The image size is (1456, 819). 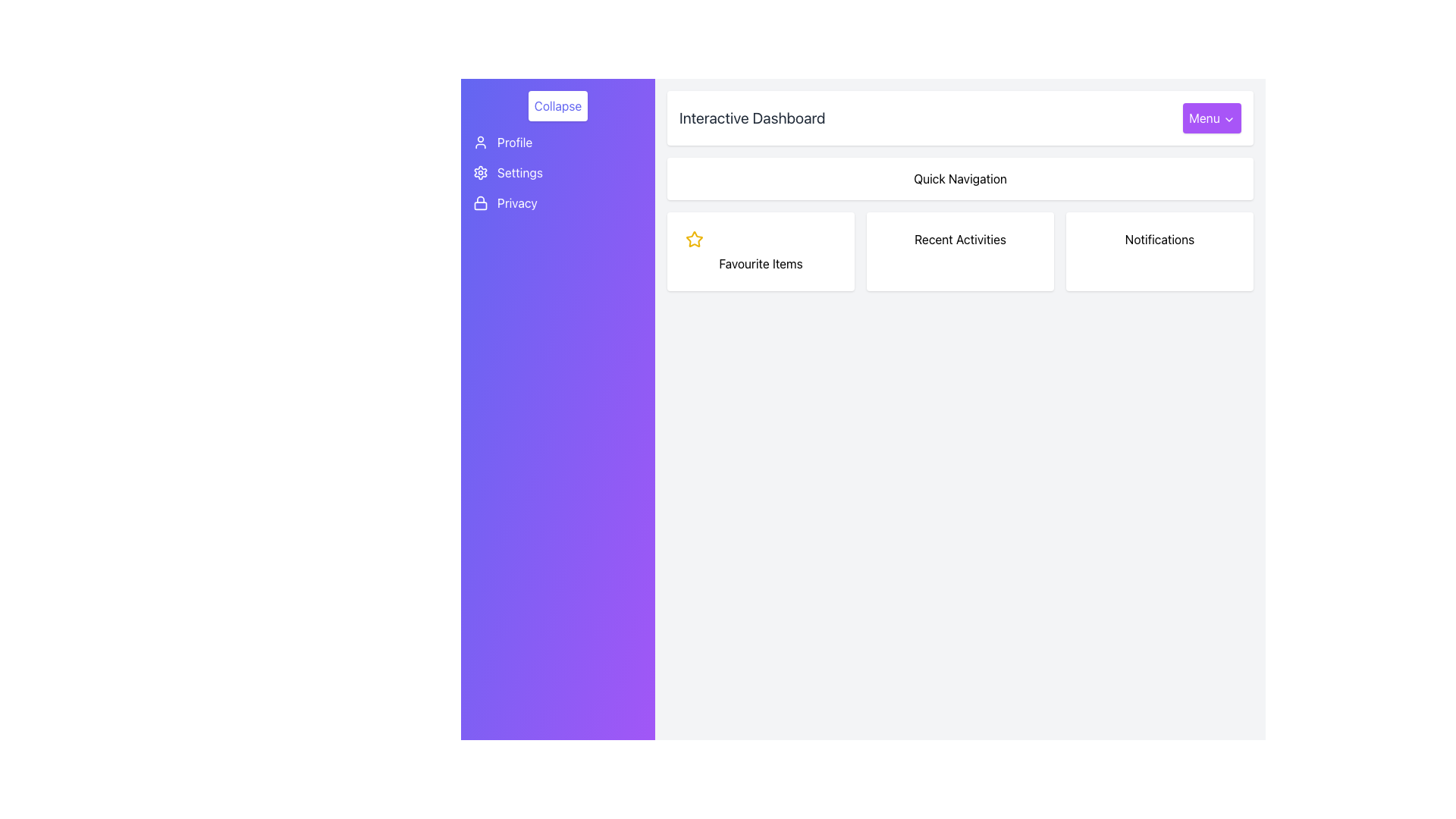 What do you see at coordinates (557, 105) in the screenshot?
I see `the collapse button at the top of the sidebar` at bounding box center [557, 105].